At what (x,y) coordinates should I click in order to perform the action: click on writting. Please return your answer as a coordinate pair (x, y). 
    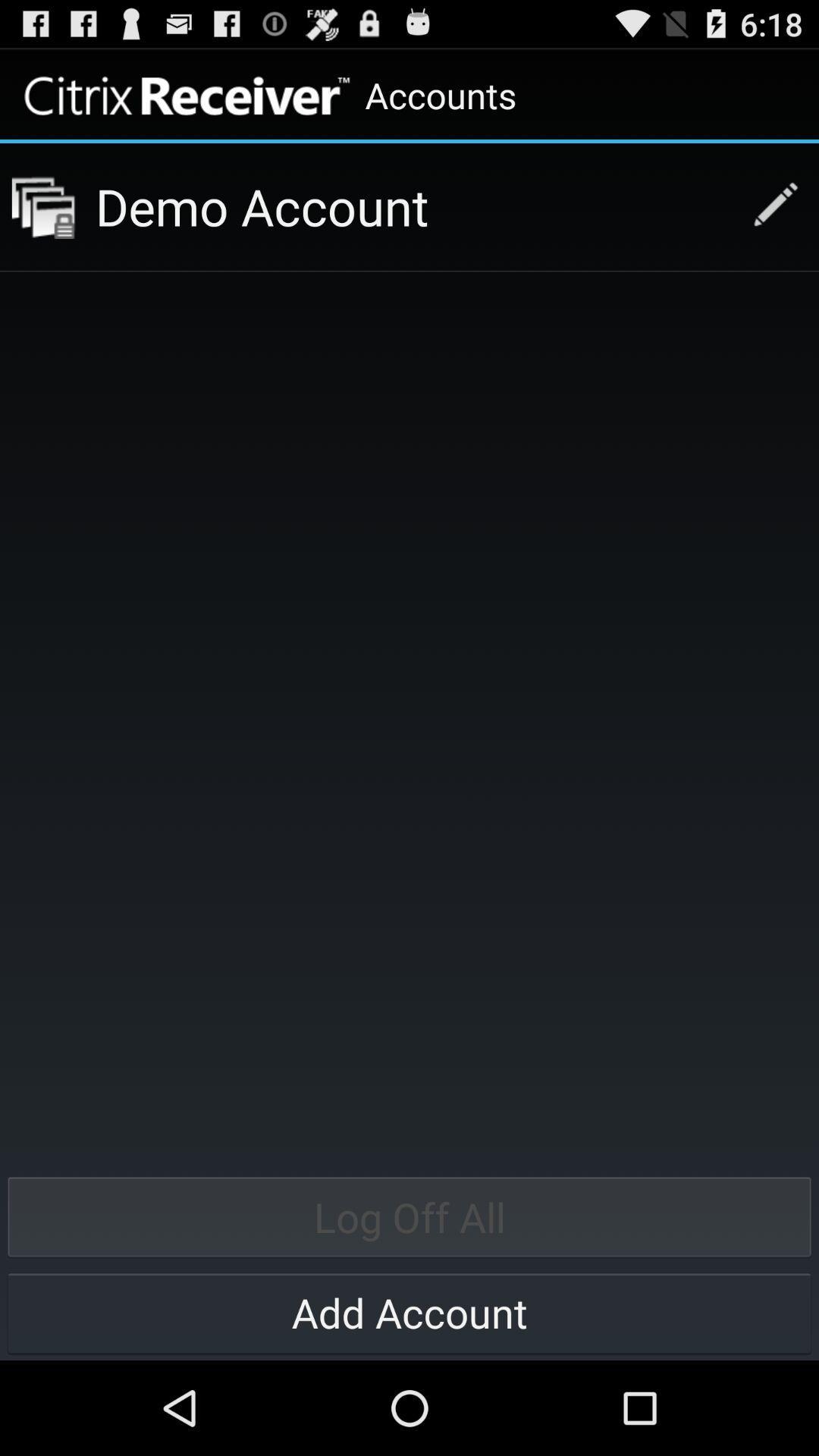
    Looking at the image, I should click on (767, 206).